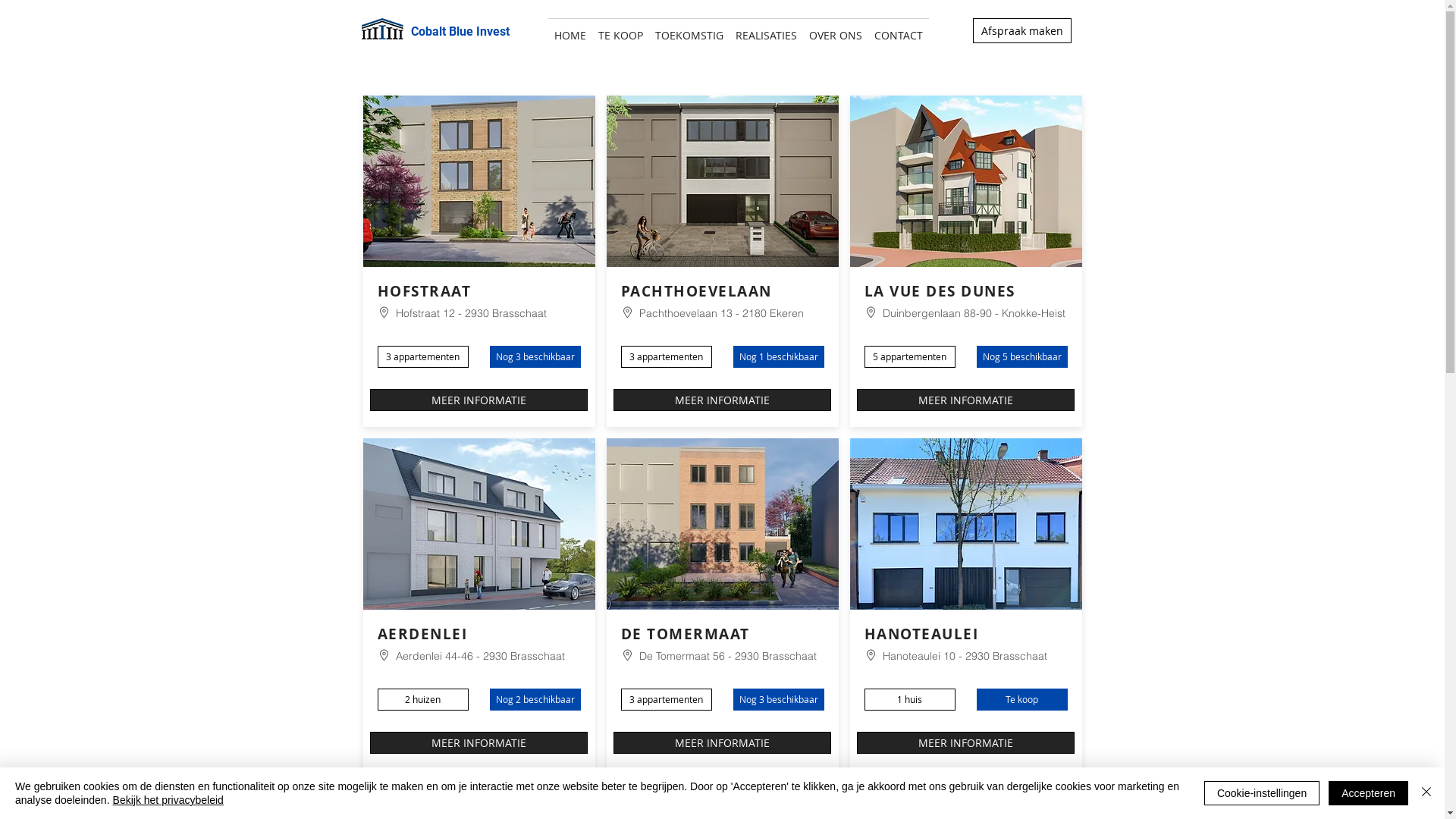  I want to click on 'HOME', so click(570, 28).